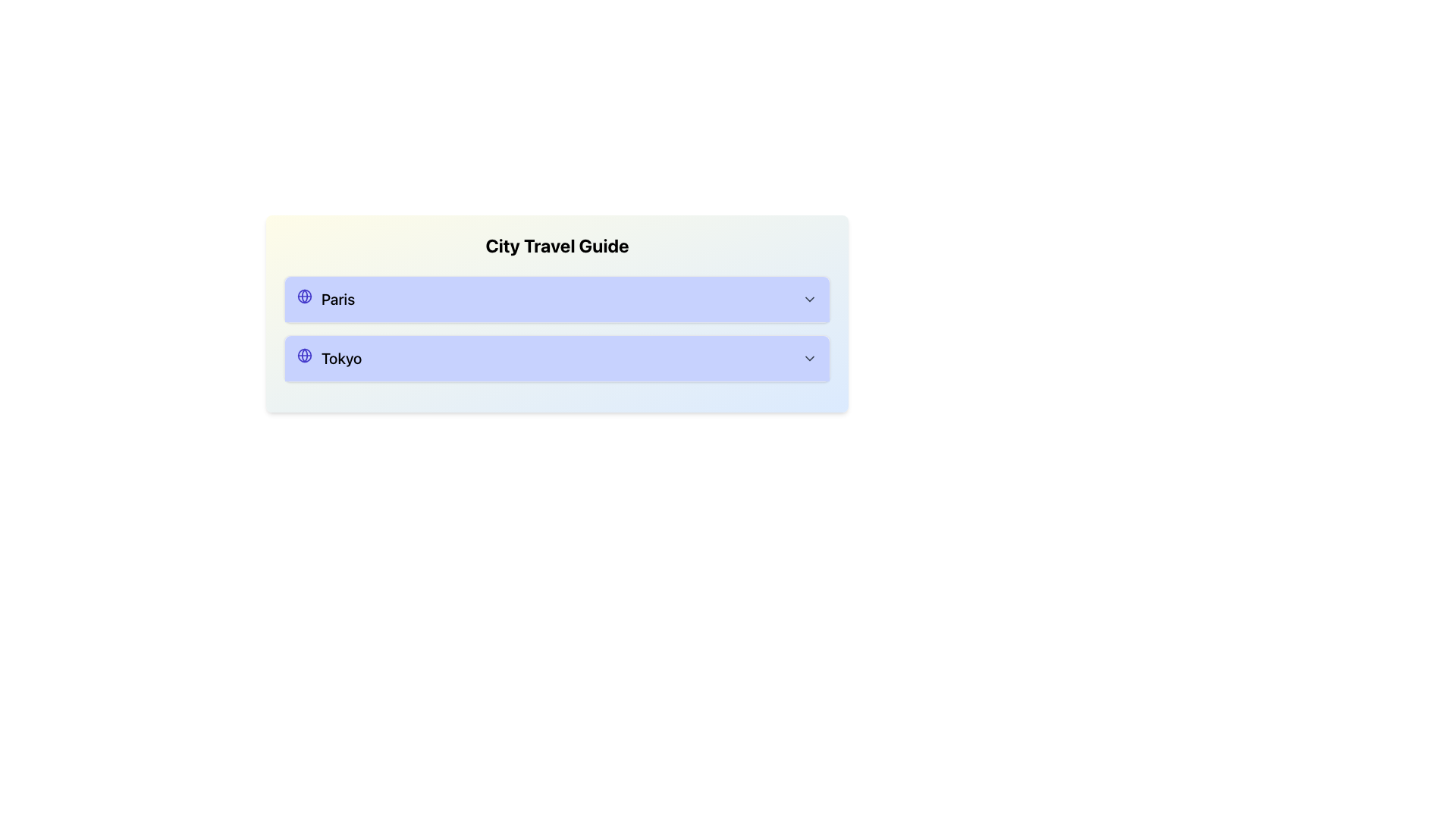 The image size is (1456, 819). I want to click on the text label reading 'Tokyo', so click(328, 359).